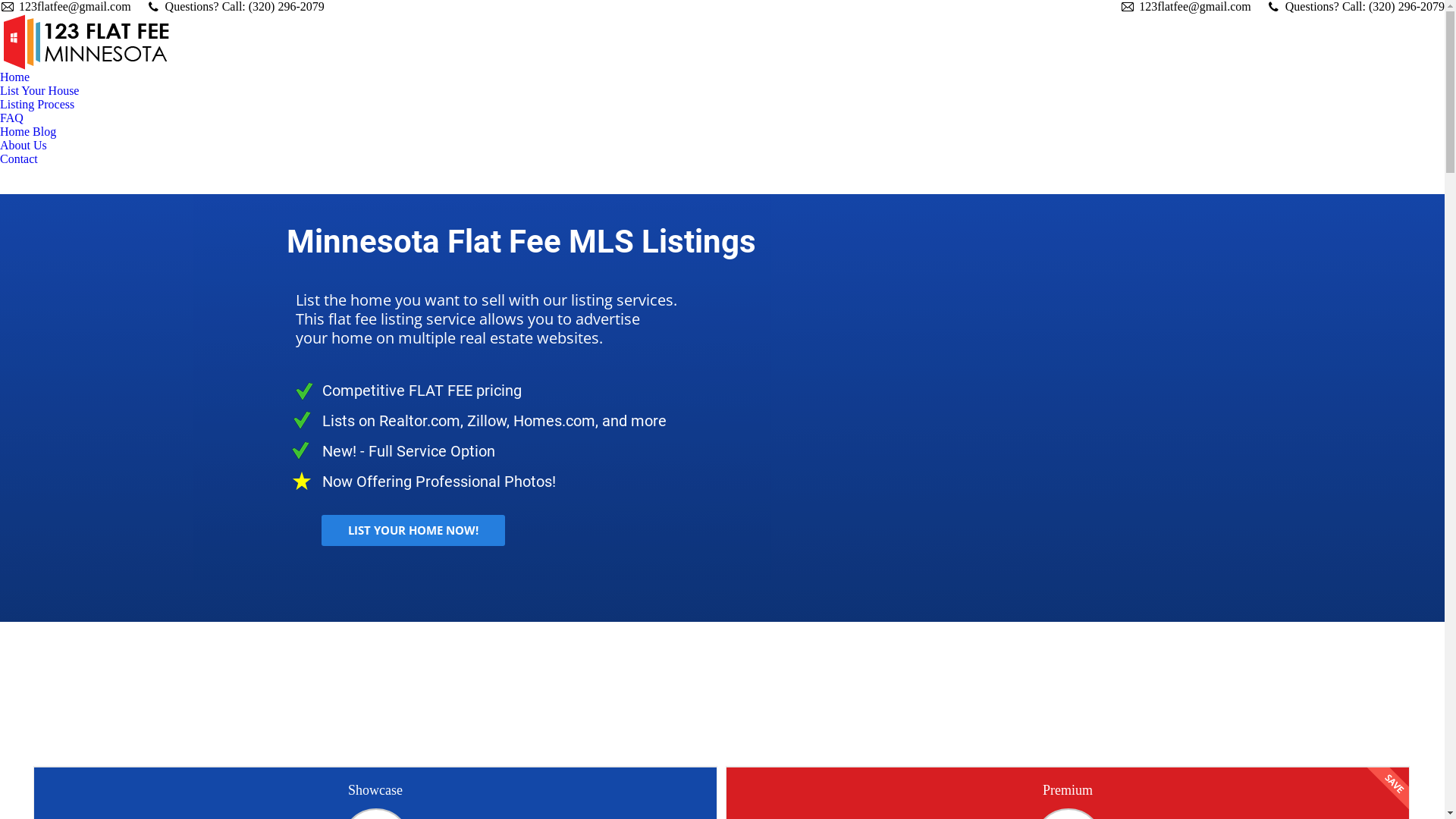 Image resolution: width=1456 pixels, height=819 pixels. Describe the element at coordinates (14, 77) in the screenshot. I see `'Home'` at that location.